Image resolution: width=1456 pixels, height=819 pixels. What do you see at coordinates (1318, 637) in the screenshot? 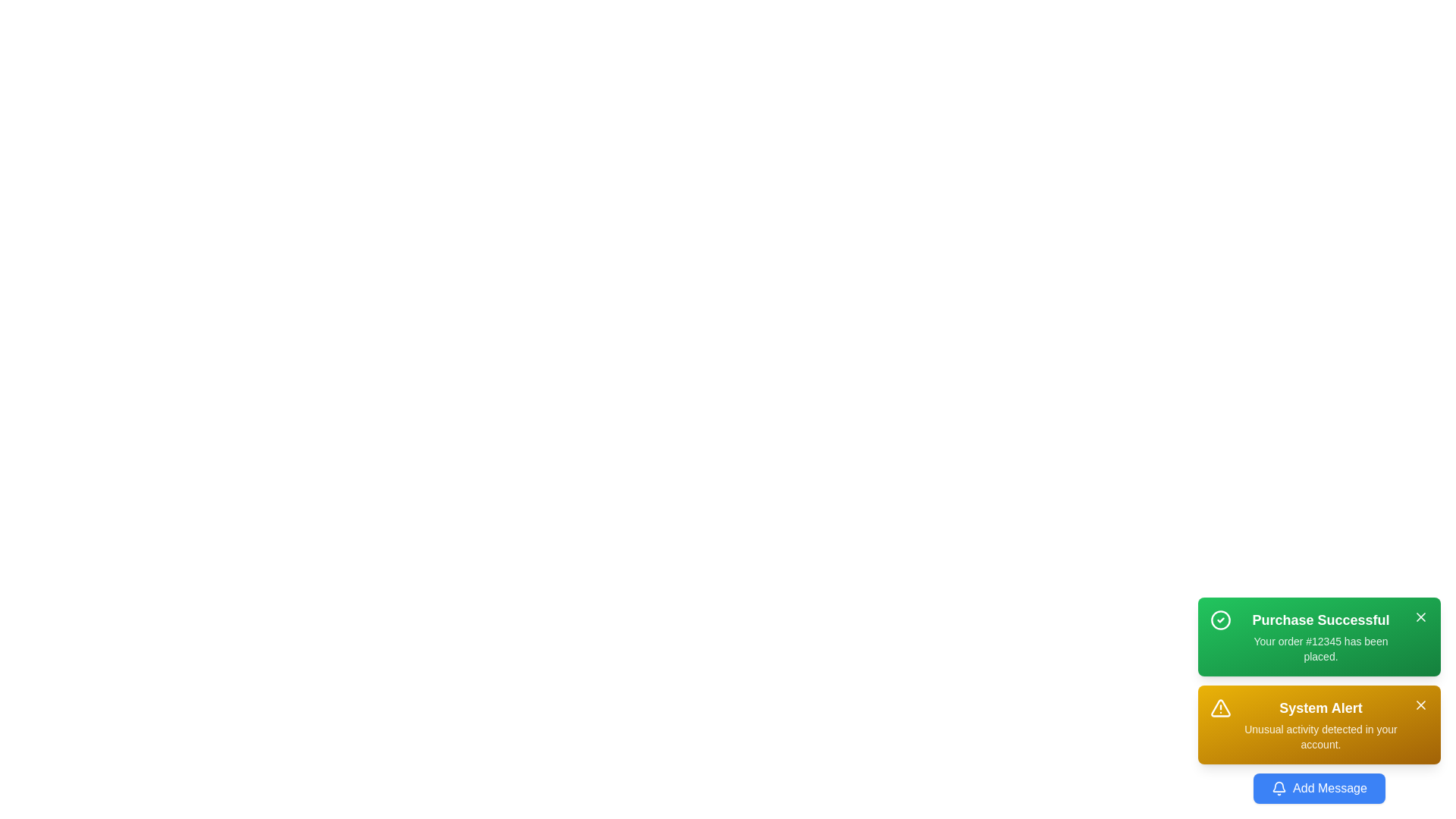
I see `the message with title Purchase Successful` at bounding box center [1318, 637].